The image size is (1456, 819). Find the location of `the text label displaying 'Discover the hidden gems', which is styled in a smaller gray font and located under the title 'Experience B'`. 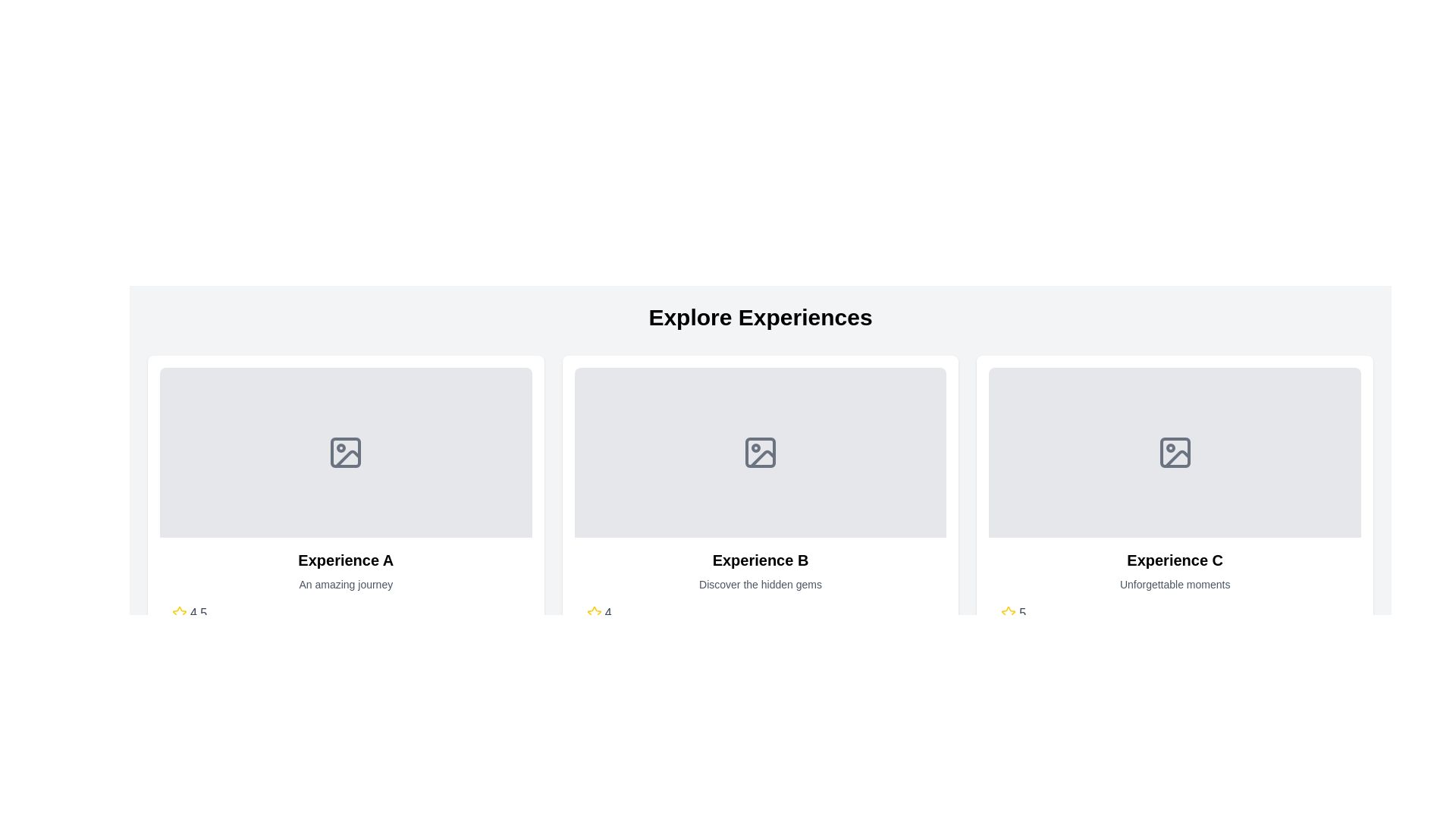

the text label displaying 'Discover the hidden gems', which is styled in a smaller gray font and located under the title 'Experience B' is located at coordinates (761, 584).